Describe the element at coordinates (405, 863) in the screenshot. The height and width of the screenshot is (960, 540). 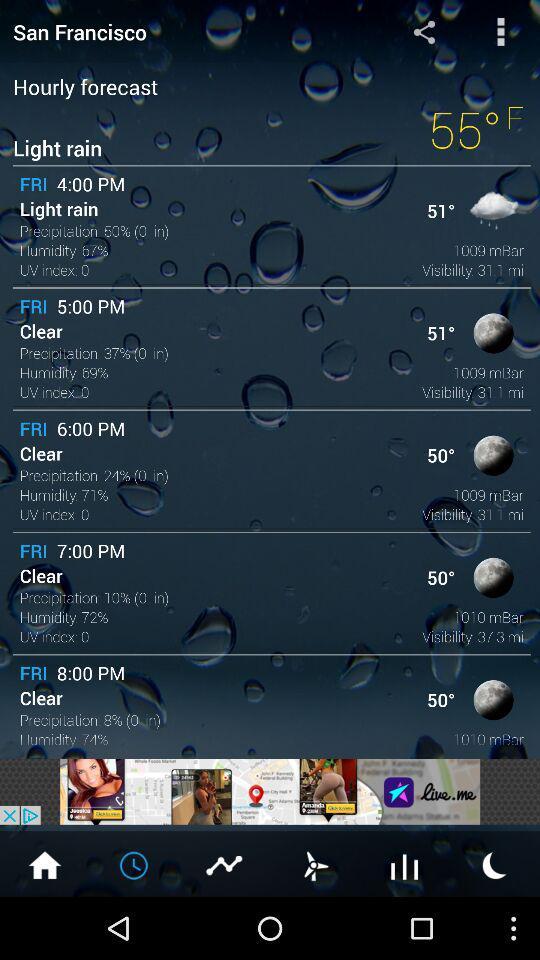
I see `trends` at that location.